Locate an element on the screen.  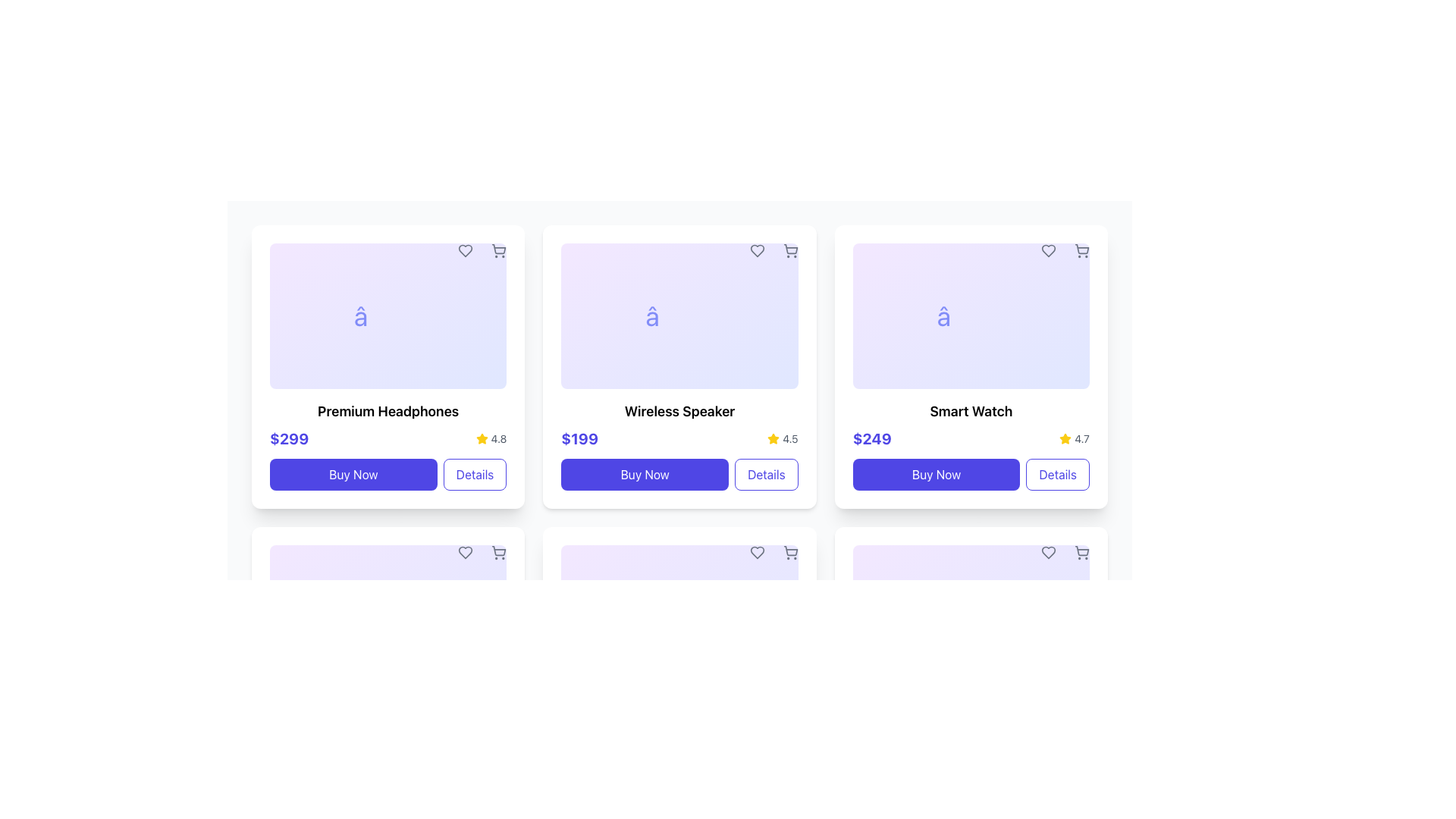
the heart-shaped favorite icon located in the top-right corner of the 'Smart Watch' product card is located at coordinates (1047, 553).